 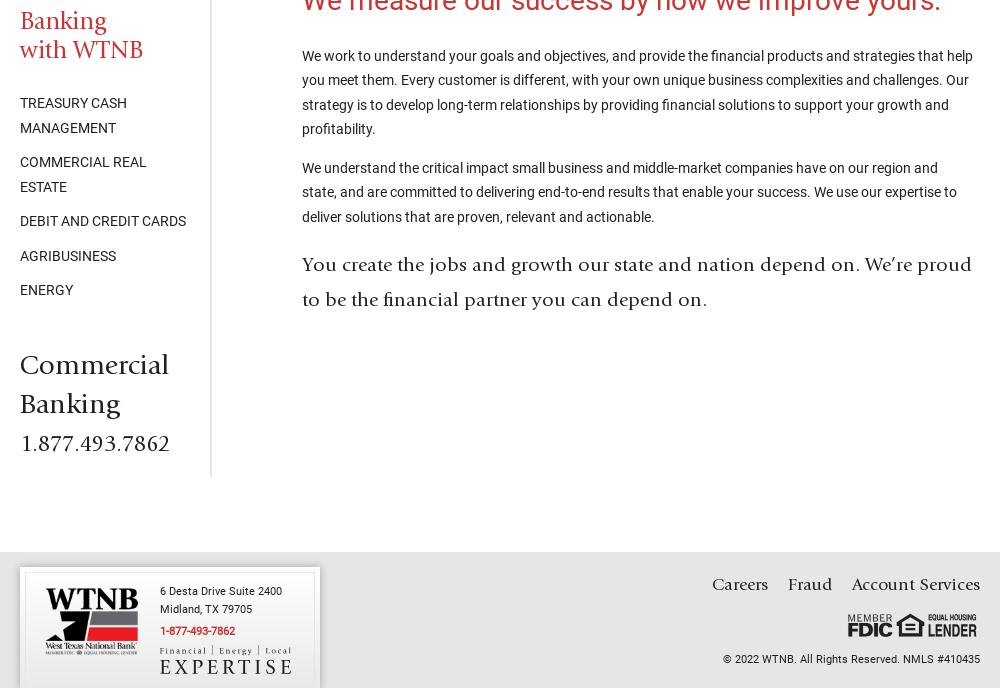 What do you see at coordinates (302, 281) in the screenshot?
I see `'You create the jobs and growth our state and nation depend on. We’re proud to be the financial partner you can depend on.'` at bounding box center [302, 281].